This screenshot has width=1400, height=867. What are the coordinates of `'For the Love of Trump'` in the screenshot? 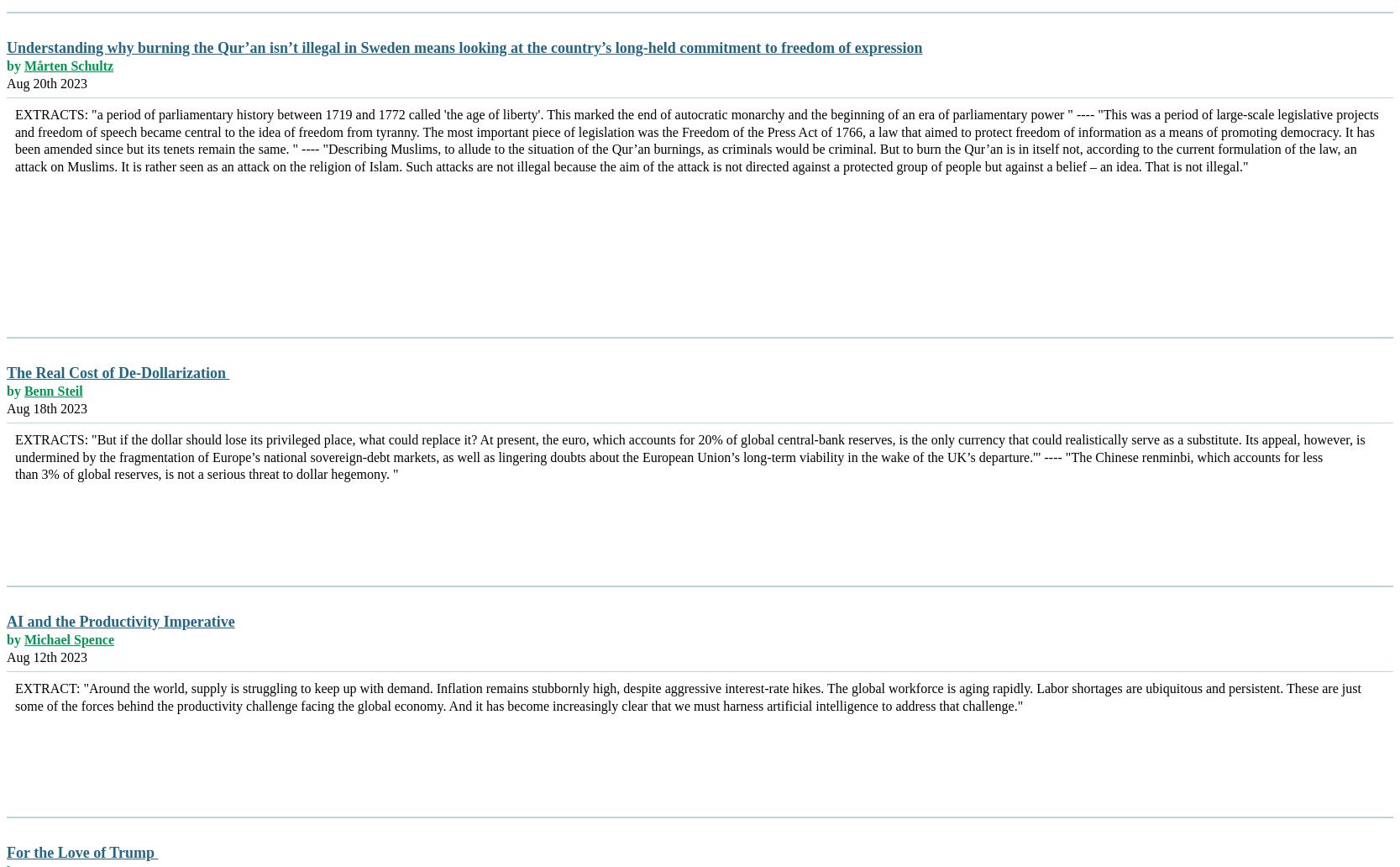 It's located at (7, 851).